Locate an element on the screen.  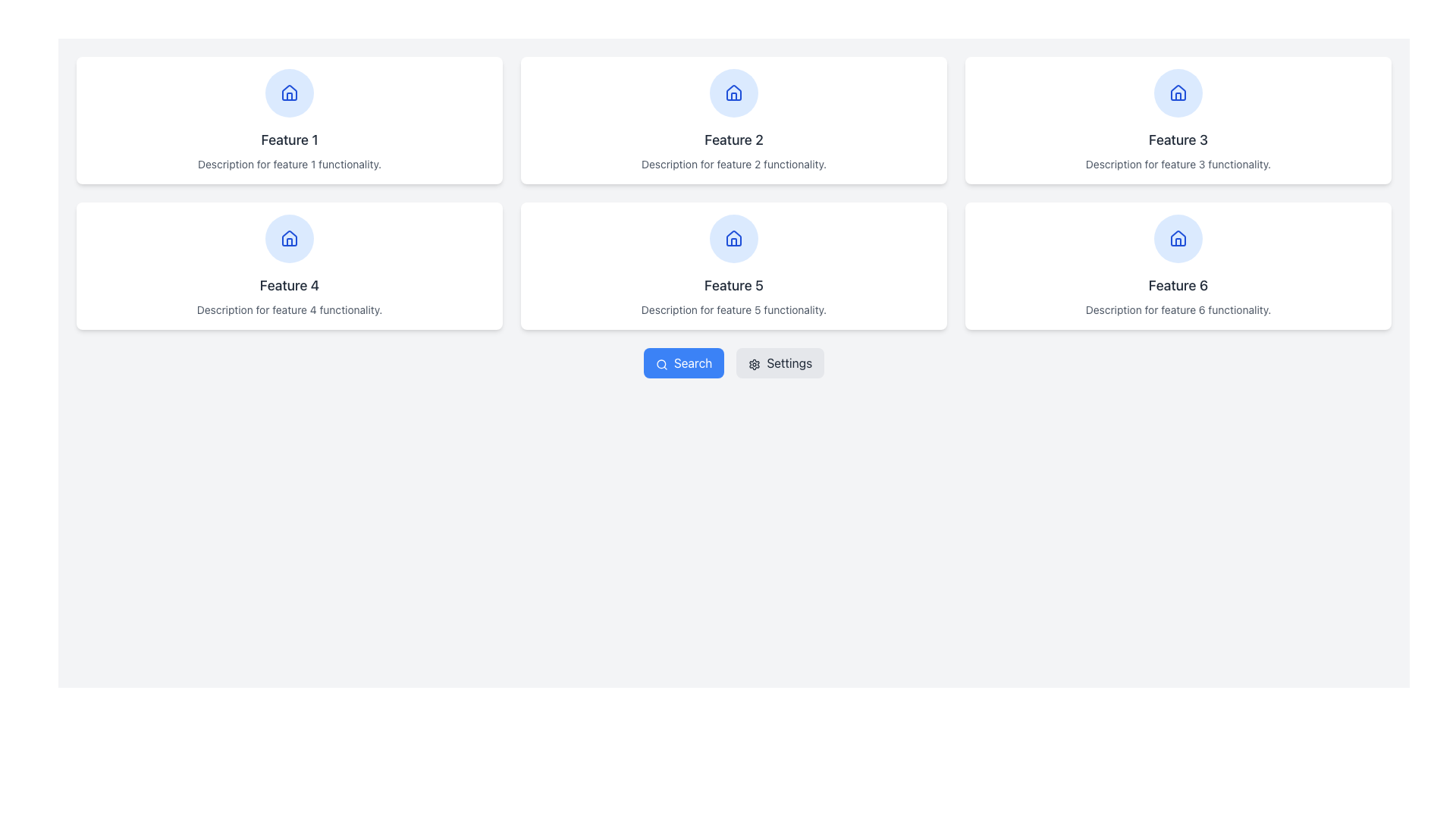
and drag is located at coordinates (1178, 286).